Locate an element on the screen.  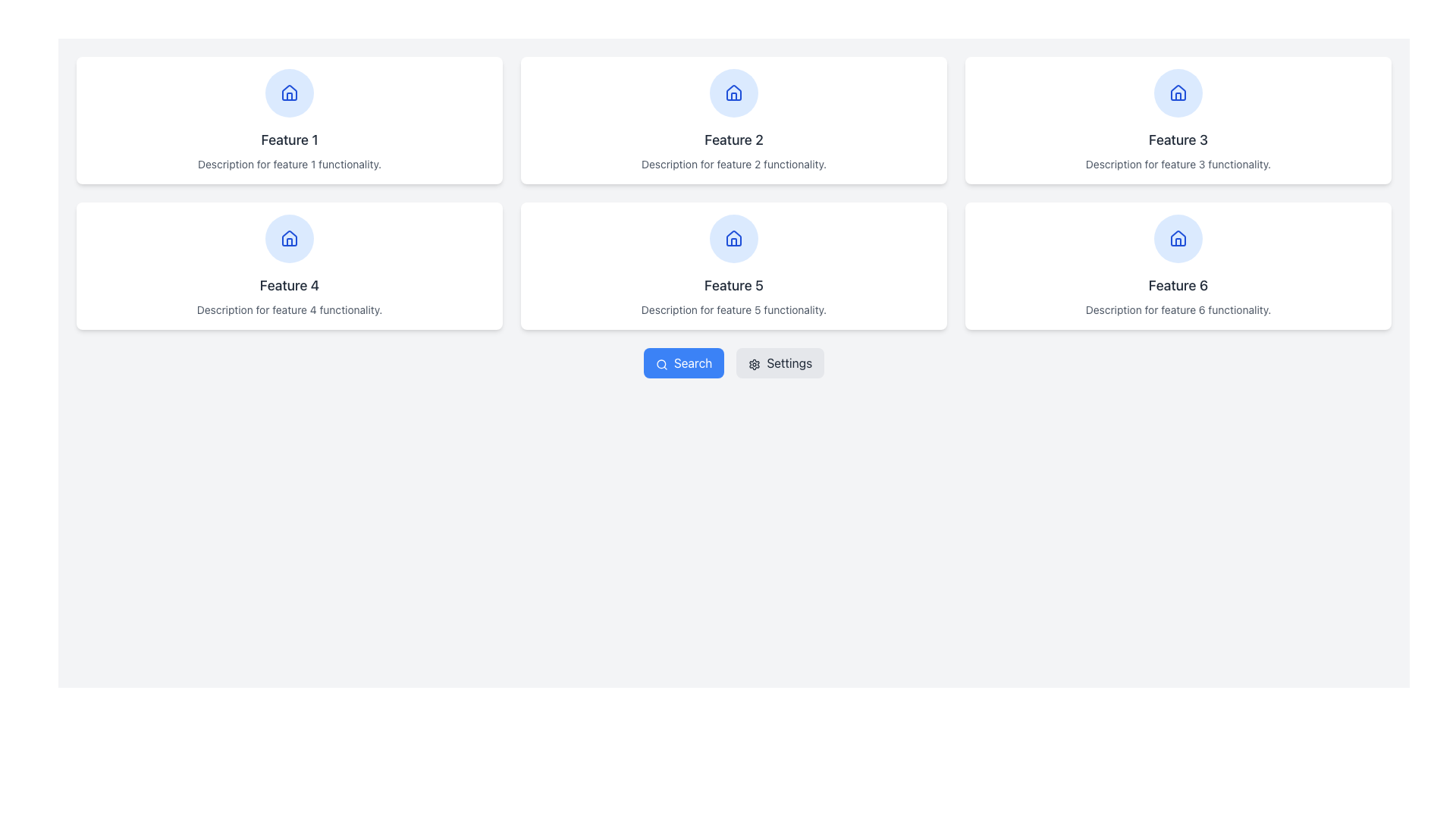
and drag is located at coordinates (1178, 286).